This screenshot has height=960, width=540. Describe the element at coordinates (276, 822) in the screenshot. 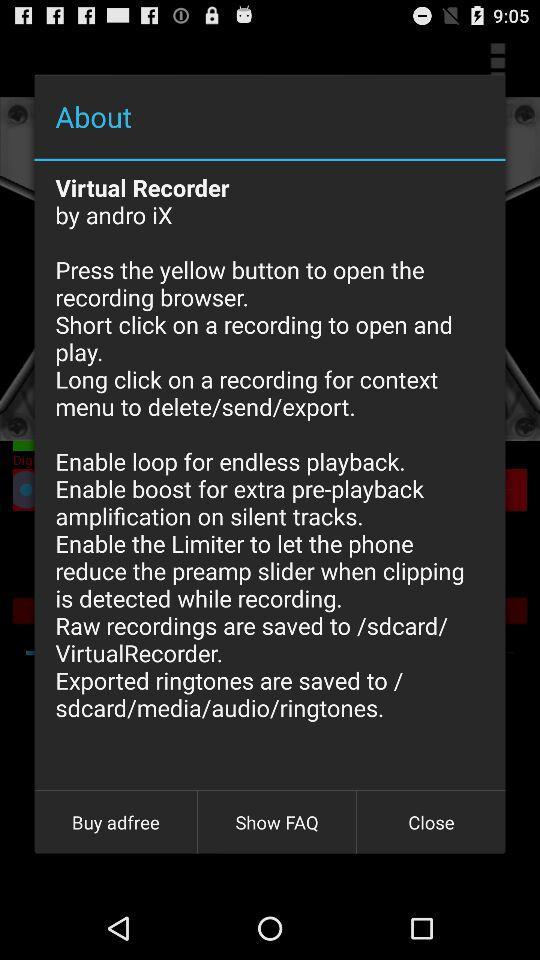

I see `show faq item` at that location.